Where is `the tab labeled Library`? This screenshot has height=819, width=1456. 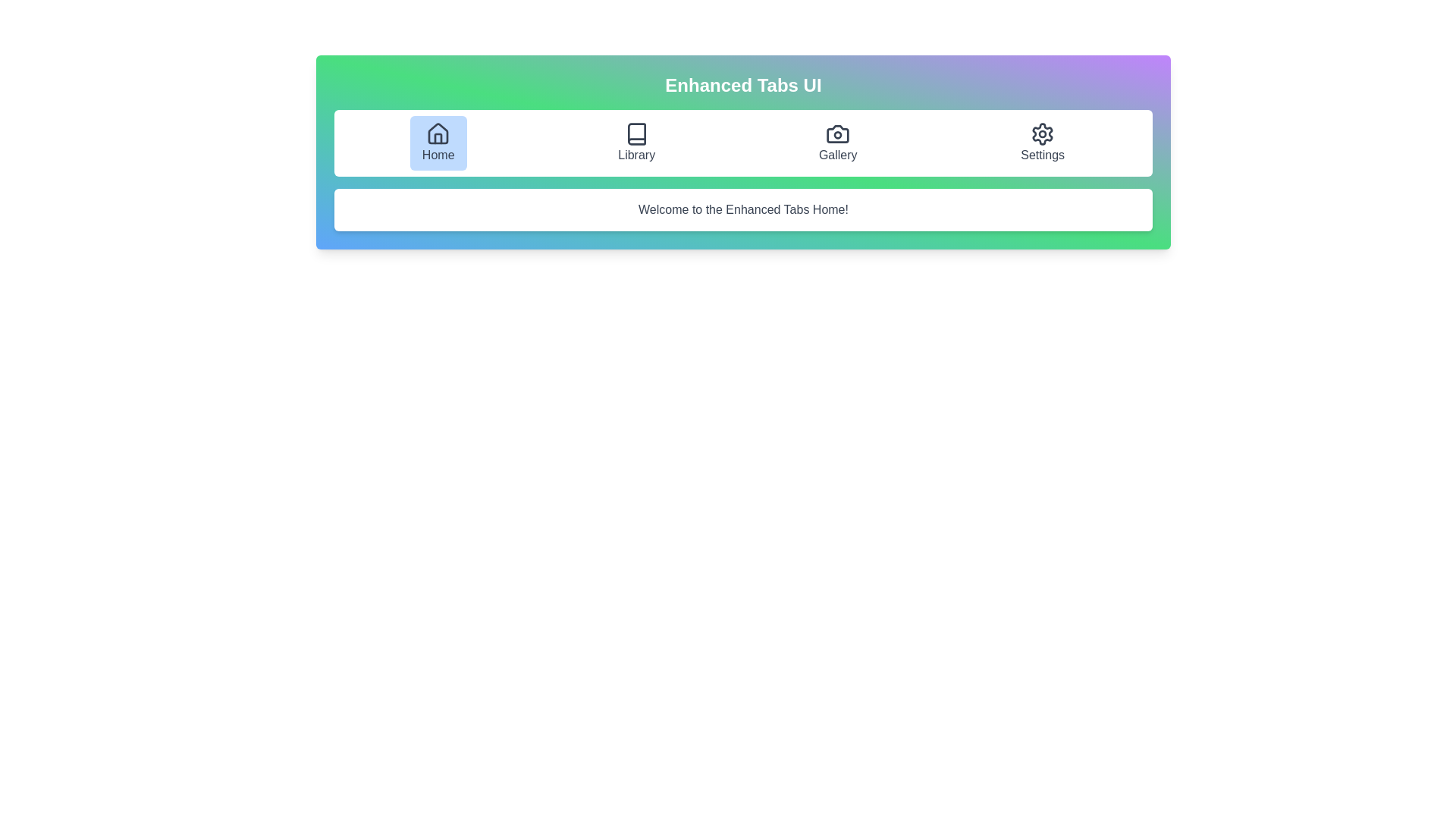
the tab labeled Library is located at coordinates (636, 143).